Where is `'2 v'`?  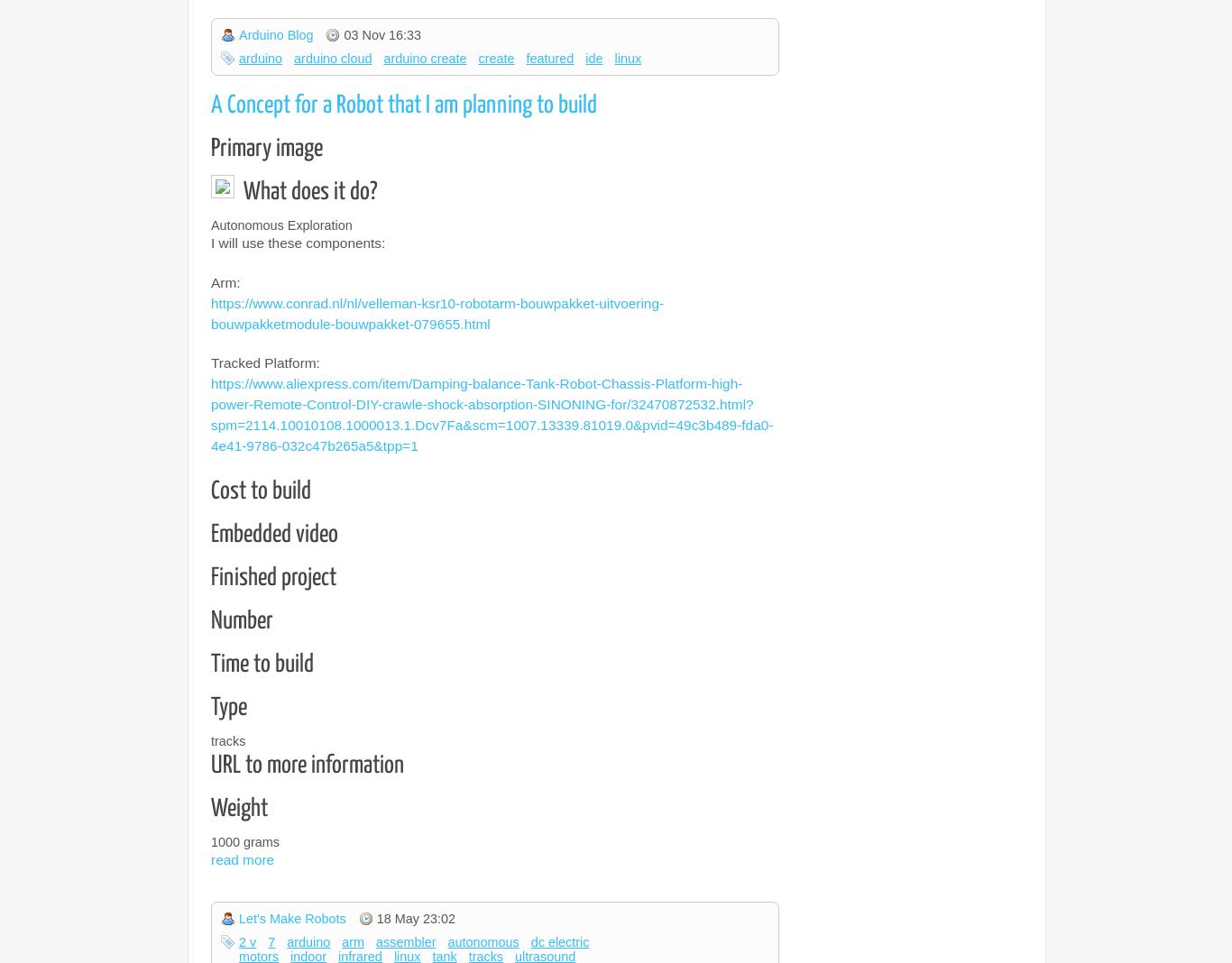
'2 v' is located at coordinates (247, 940).